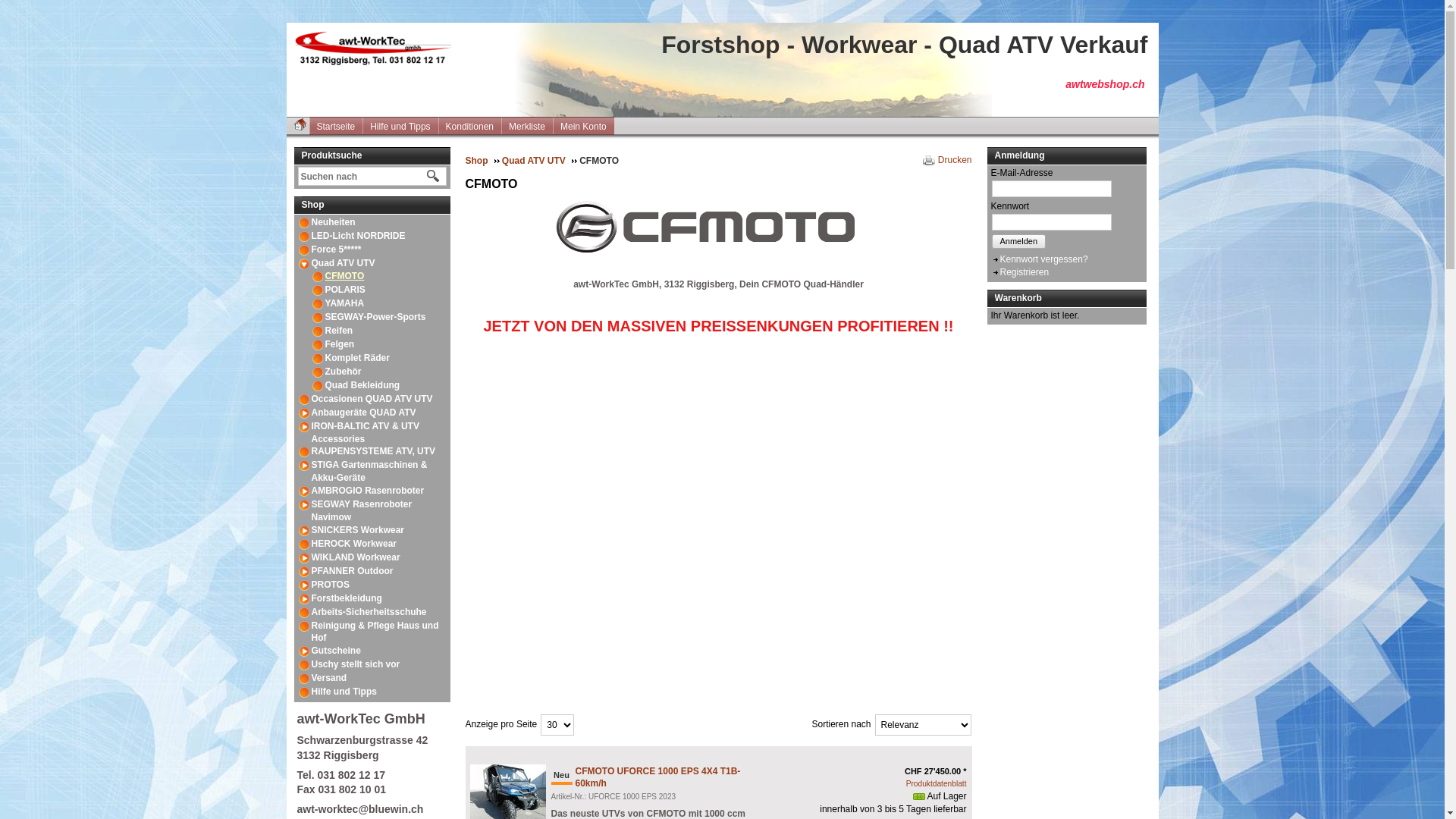 Image resolution: width=1456 pixels, height=819 pixels. What do you see at coordinates (375, 315) in the screenshot?
I see `'SEGWAY-Power-Sports'` at bounding box center [375, 315].